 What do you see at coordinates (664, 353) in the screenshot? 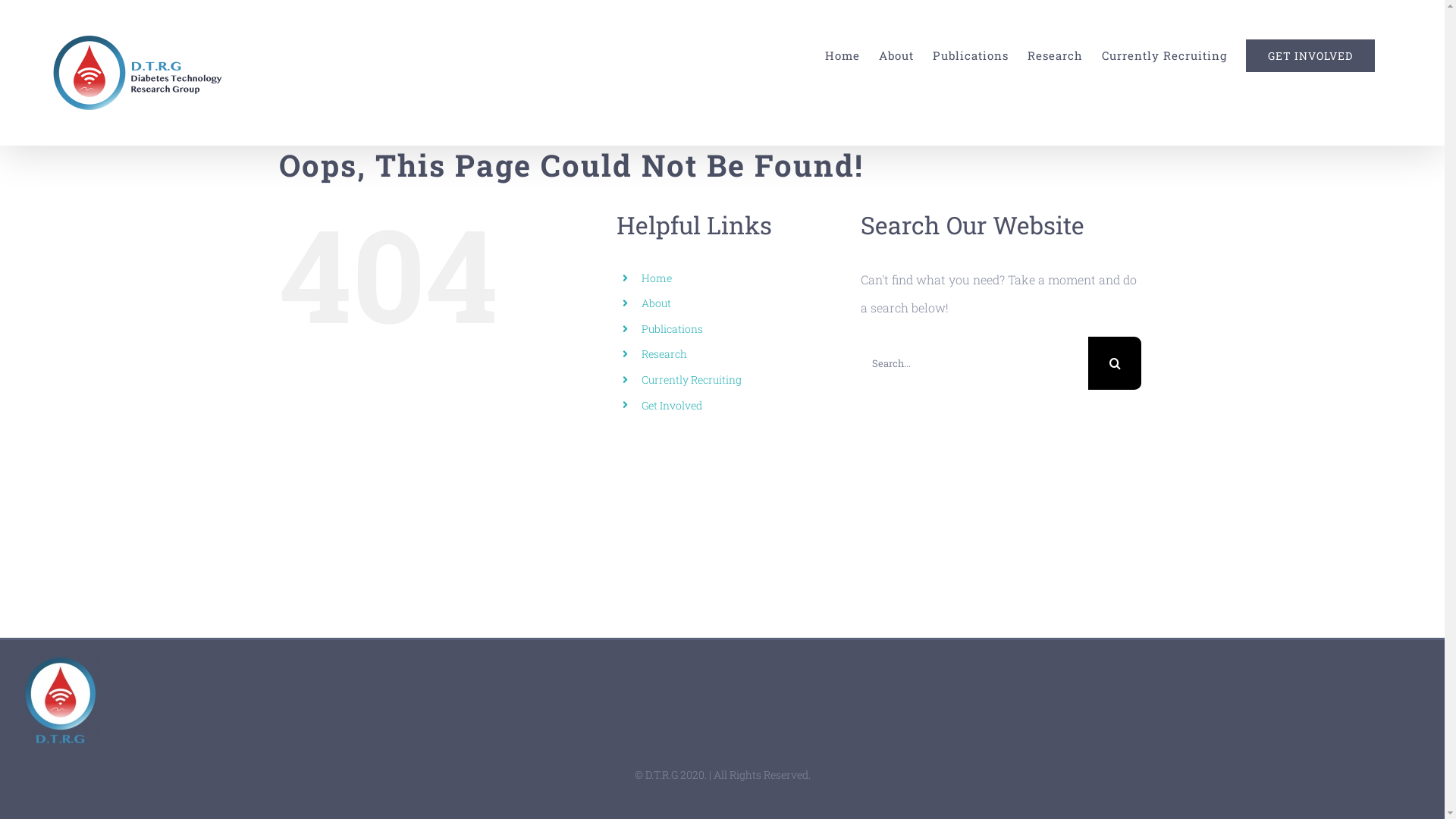
I see `'Research'` at bounding box center [664, 353].